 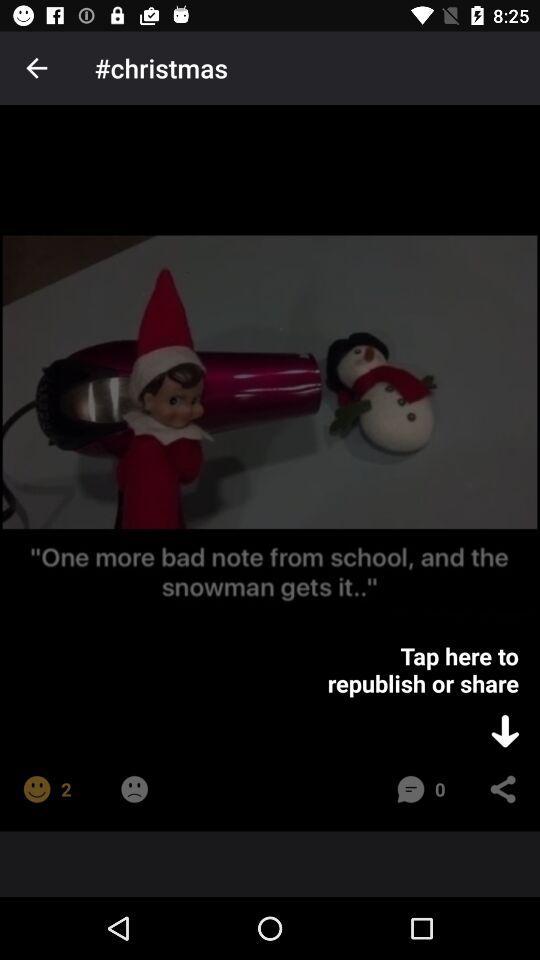 What do you see at coordinates (36, 789) in the screenshot?
I see `the icon which is left side of the 2` at bounding box center [36, 789].